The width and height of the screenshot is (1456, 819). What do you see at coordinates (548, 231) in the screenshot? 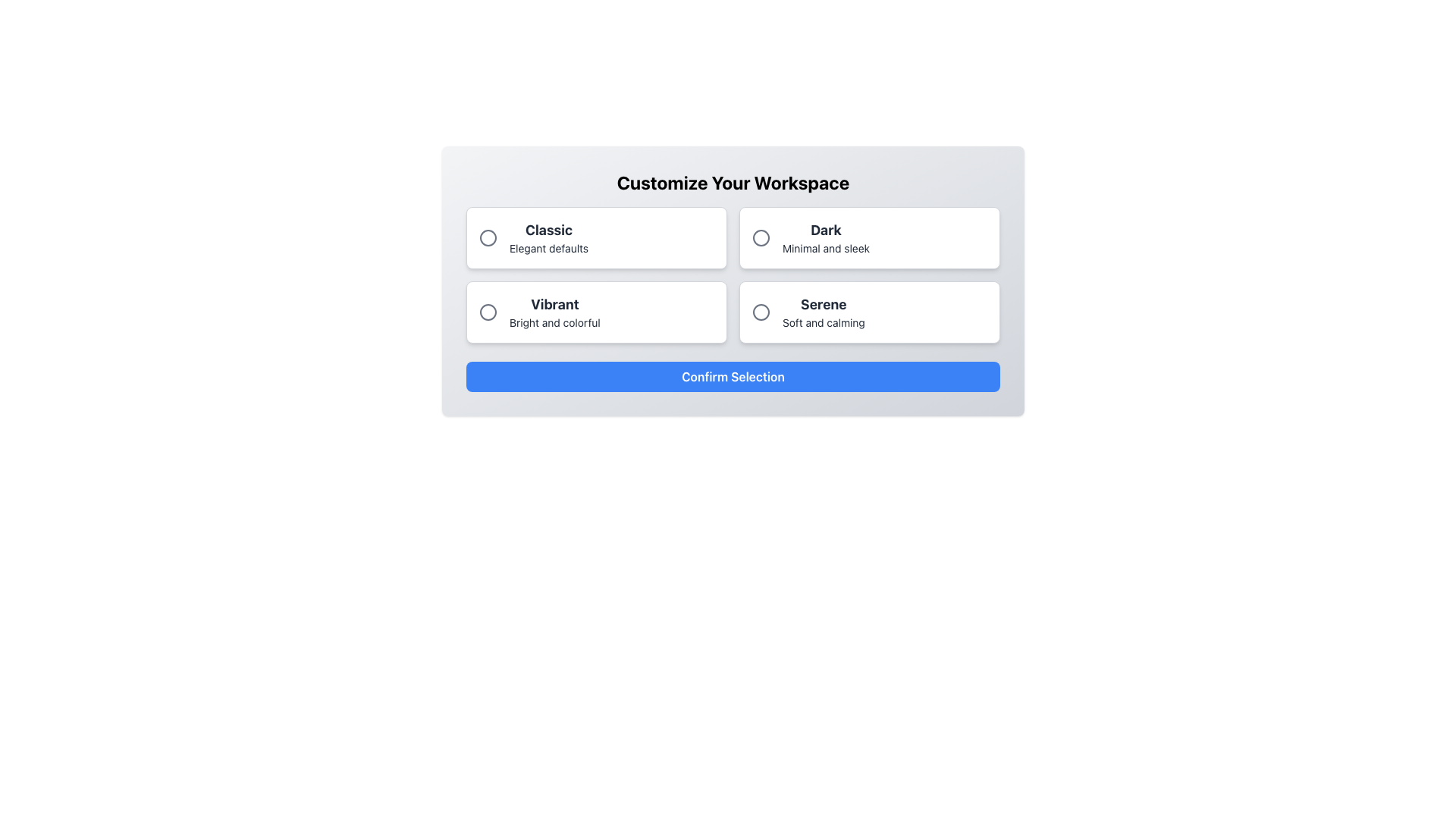
I see `the 'Classic' label which is styled in bold black font and positioned above the 'Elegant defaults' text in the top left corner of the grid layout` at bounding box center [548, 231].